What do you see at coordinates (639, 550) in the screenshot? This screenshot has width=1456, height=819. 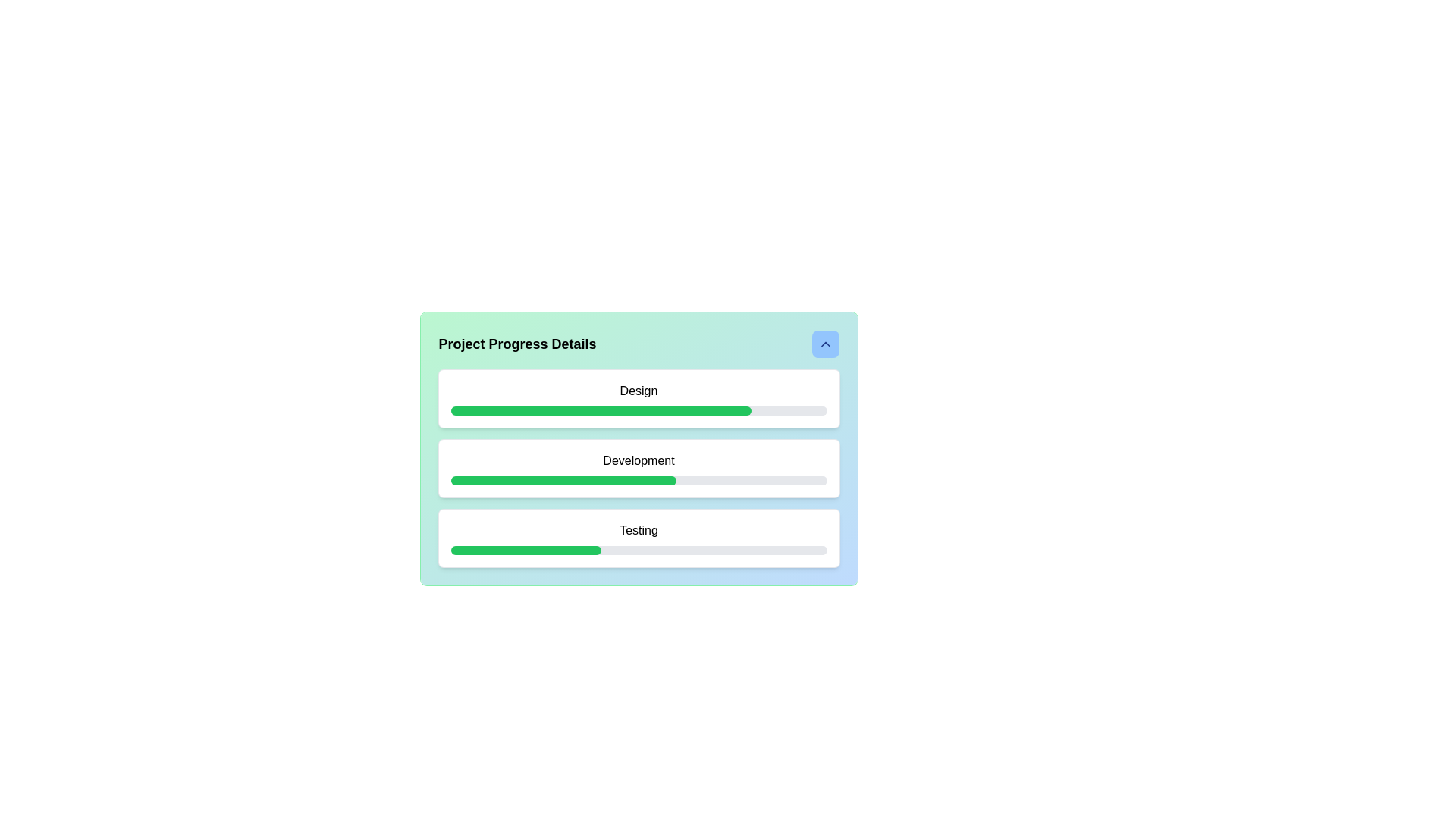 I see `the position of the progress bar component labeled 'Testing', which is a horizontal bar styled with a light gray background and a green segment indicating 40% progress` at bounding box center [639, 550].